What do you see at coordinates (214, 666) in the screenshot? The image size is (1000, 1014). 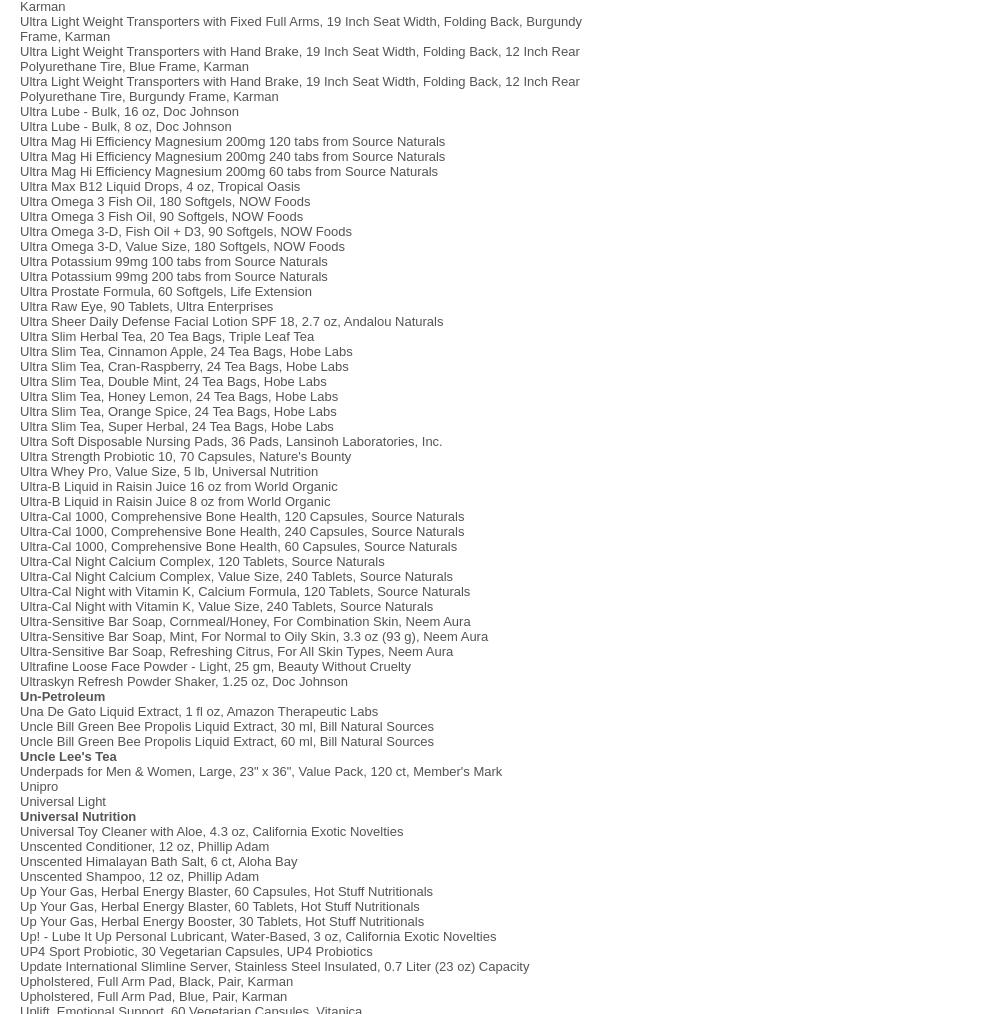 I see `'Ultrafine Loose Face Powder - Light, 25 gm, Beauty Without Cruelty'` at bounding box center [214, 666].